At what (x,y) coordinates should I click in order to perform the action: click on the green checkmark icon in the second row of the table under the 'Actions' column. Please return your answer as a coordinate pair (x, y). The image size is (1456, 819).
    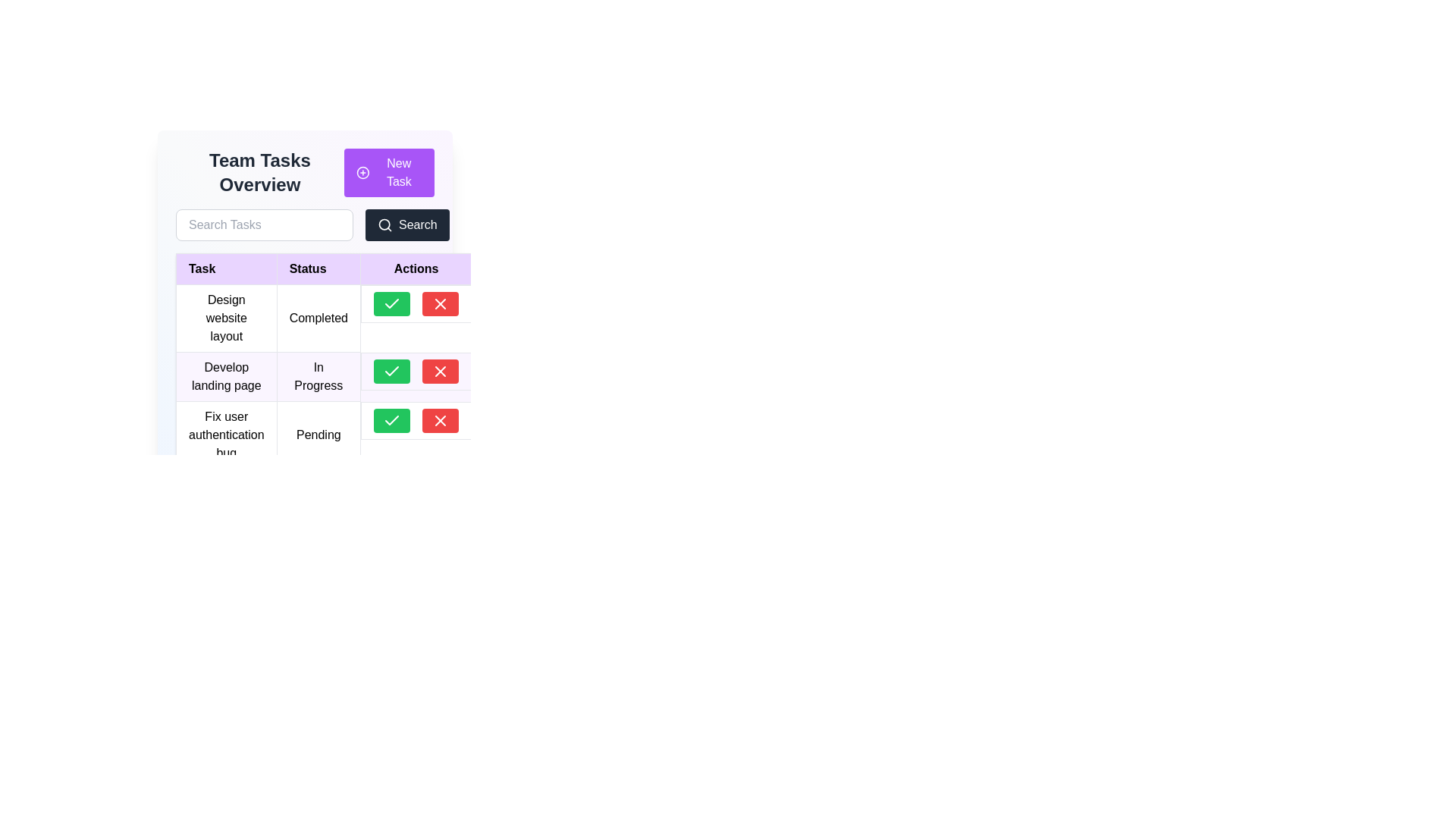
    Looking at the image, I should click on (392, 371).